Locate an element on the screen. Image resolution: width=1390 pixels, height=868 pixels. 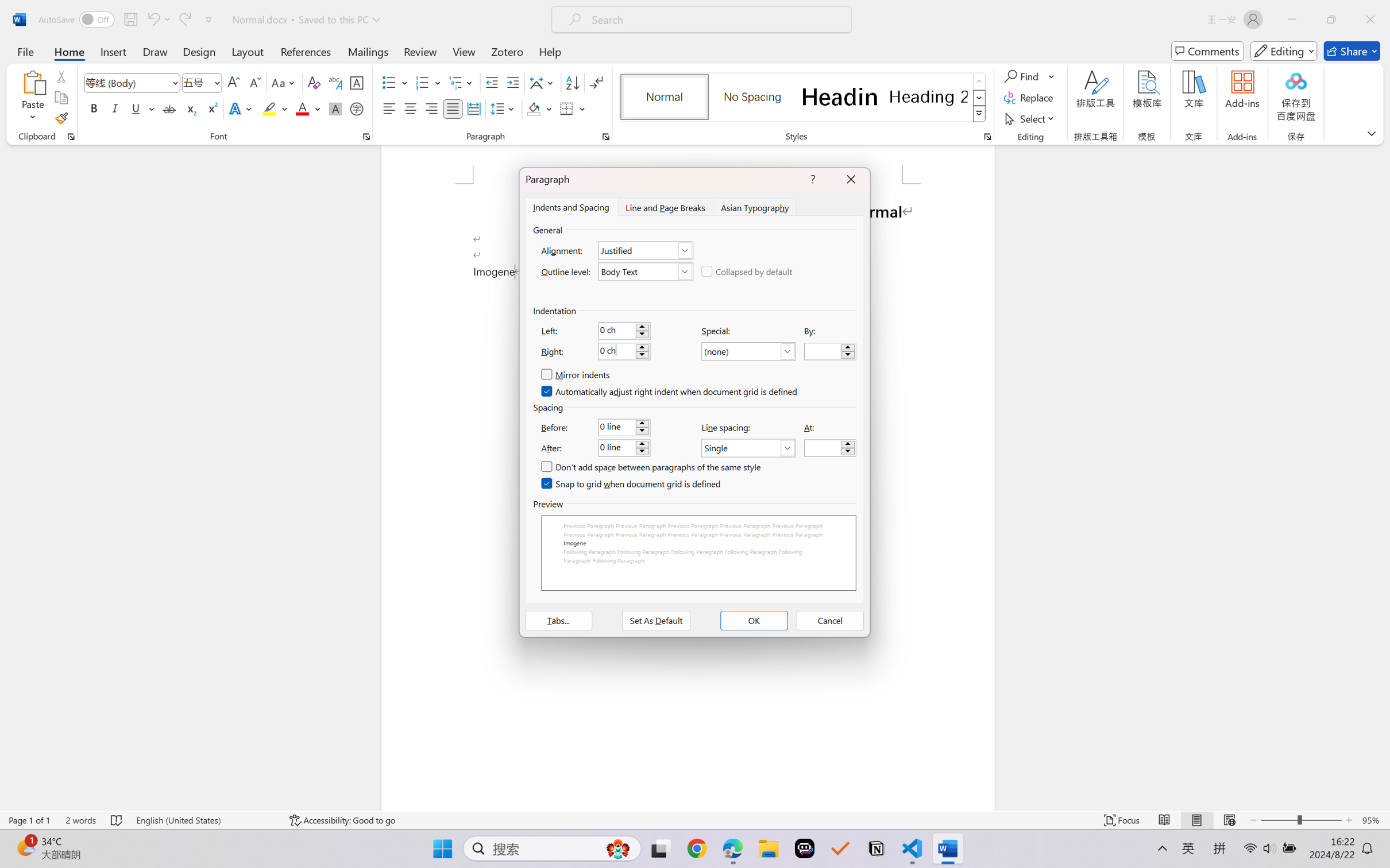
'Strikethrough' is located at coordinates (169, 108).